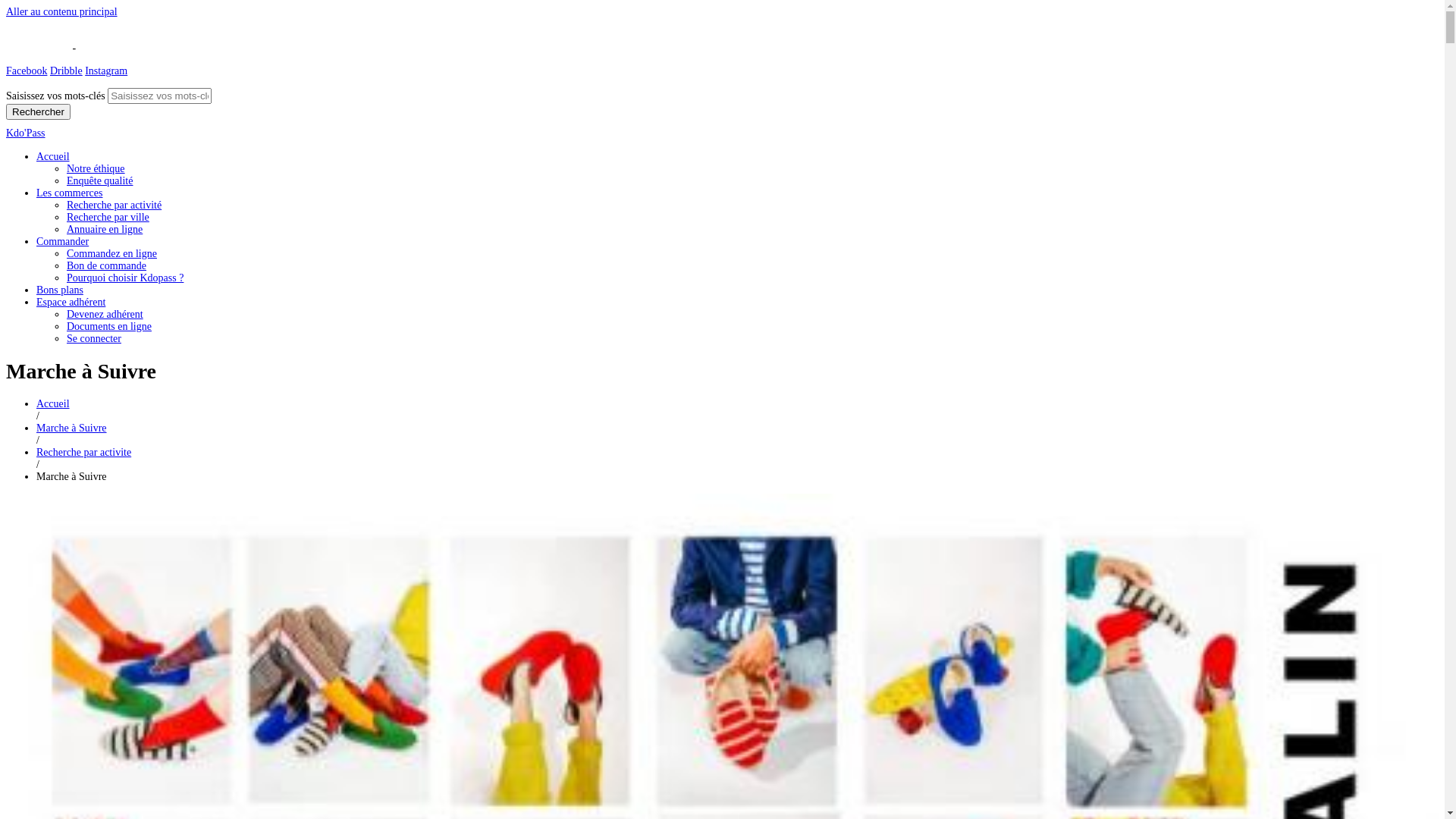  I want to click on 'Commander', so click(61, 240).